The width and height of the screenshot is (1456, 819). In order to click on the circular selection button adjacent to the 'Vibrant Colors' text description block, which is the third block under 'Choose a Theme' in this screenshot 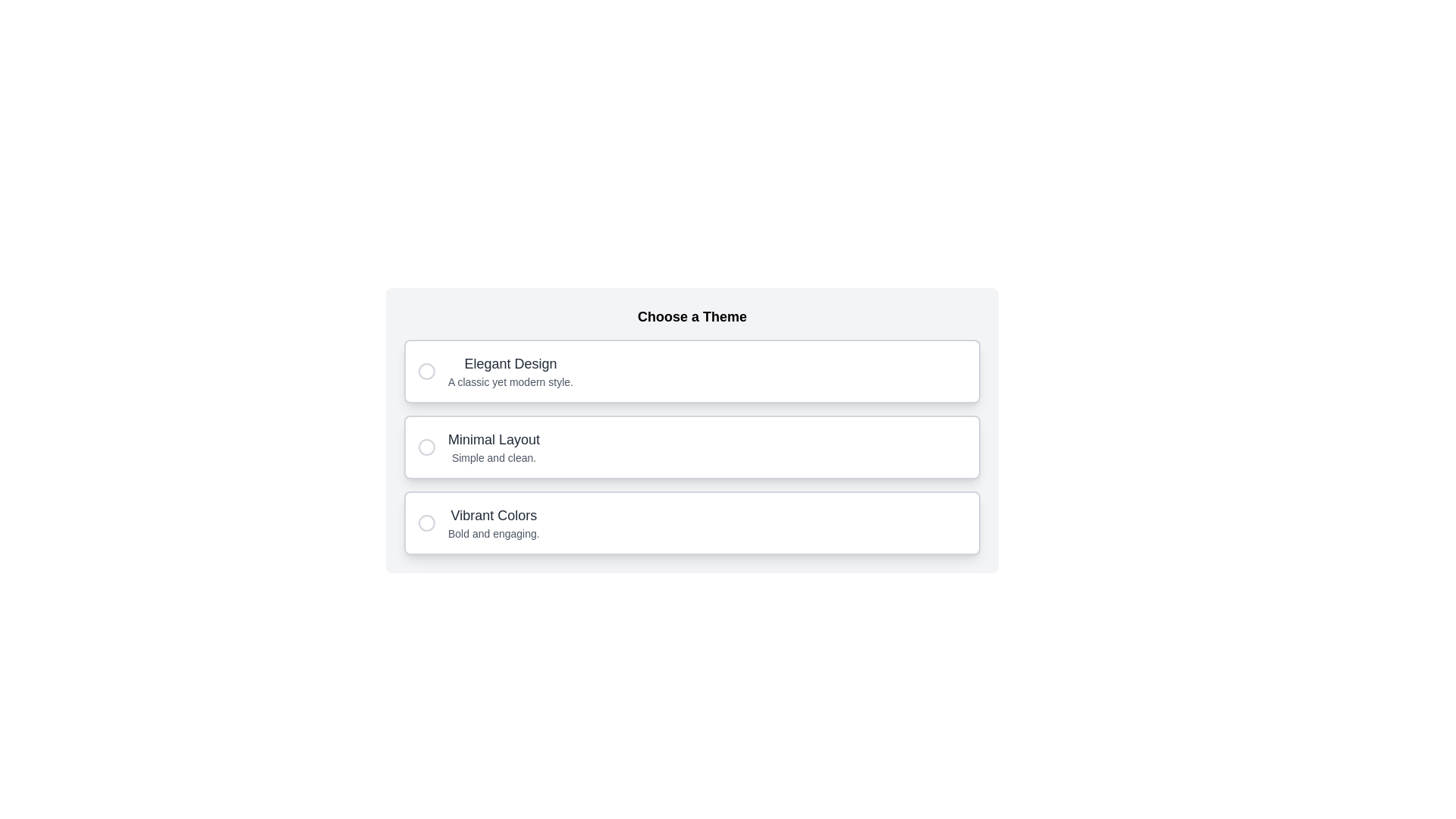, I will do `click(494, 522)`.